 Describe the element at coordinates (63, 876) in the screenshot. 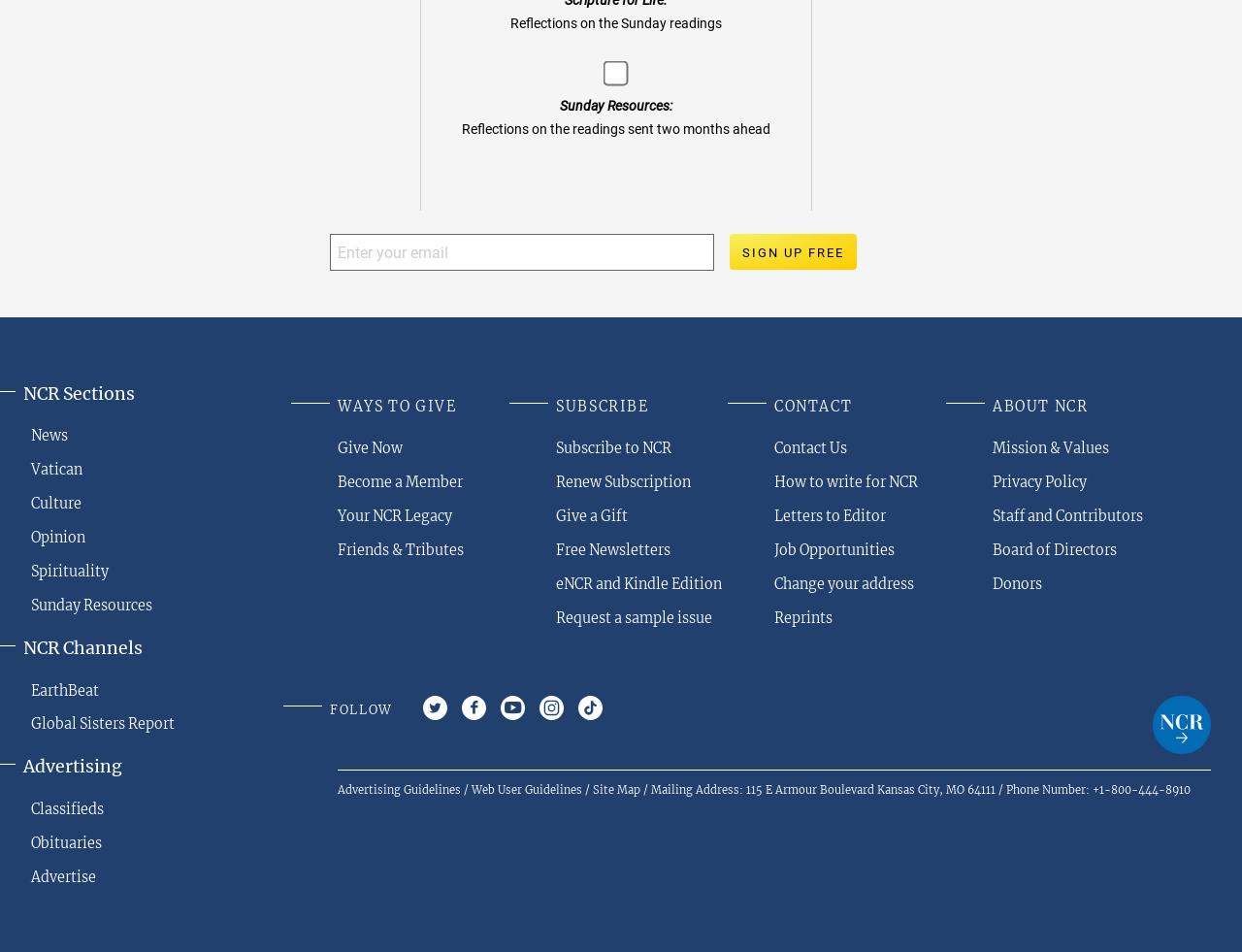

I see `'Advertise'` at that location.